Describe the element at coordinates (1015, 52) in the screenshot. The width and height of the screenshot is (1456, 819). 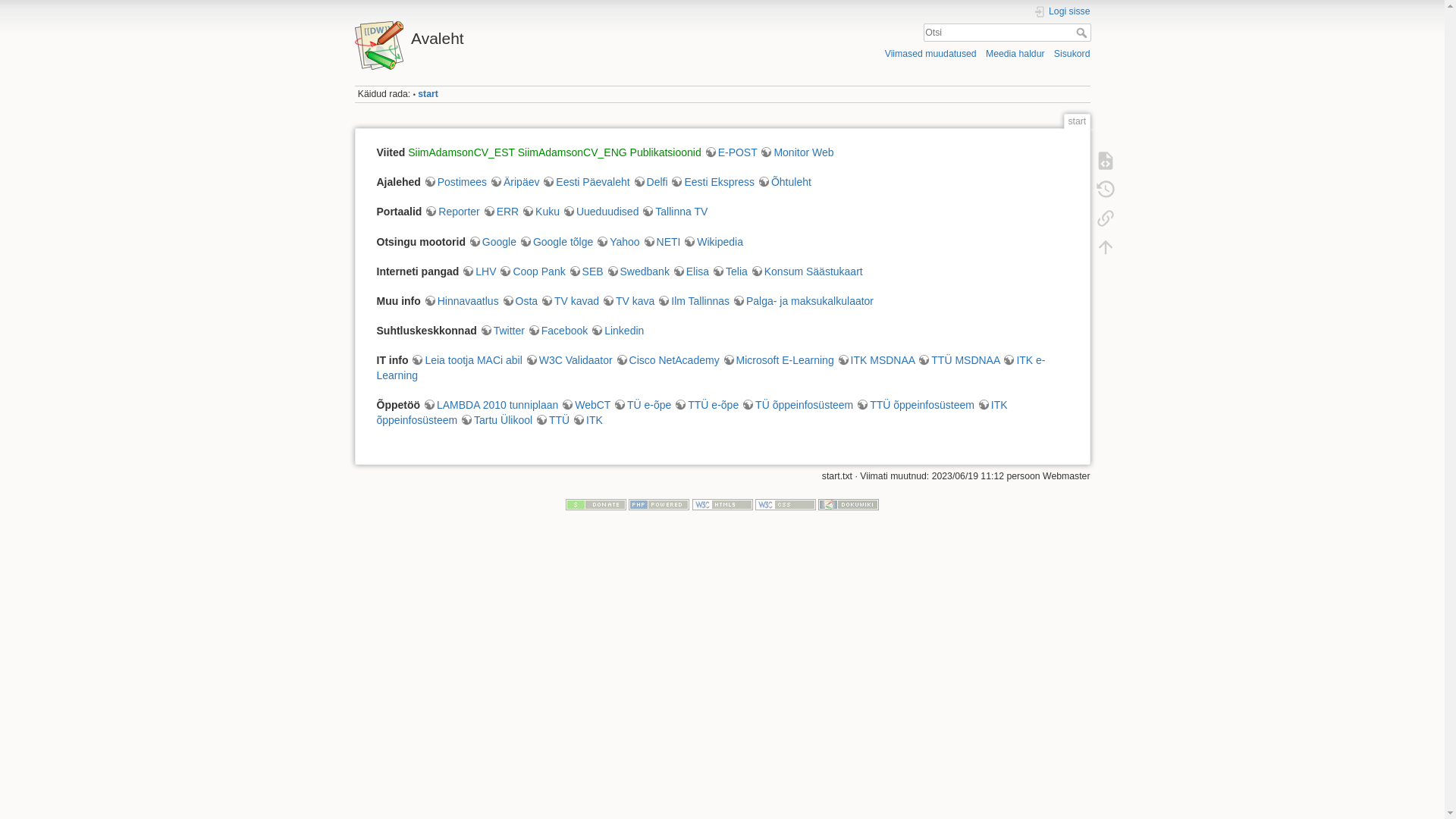
I see `'Meedia haldur'` at that location.